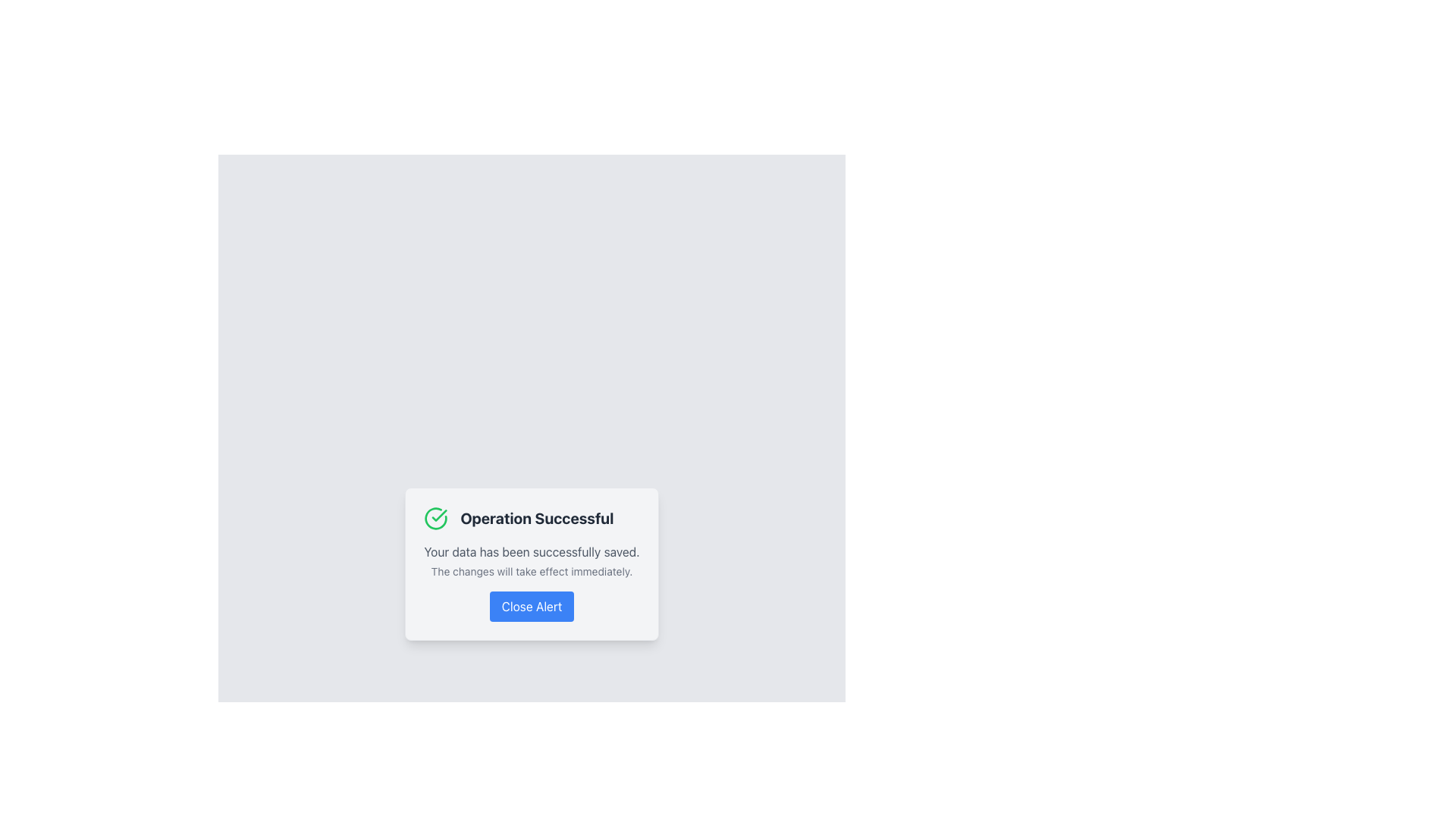  I want to click on the success status icon located in the alert dialog box, positioned to the left of the 'Operation Successful' text headline, so click(435, 517).